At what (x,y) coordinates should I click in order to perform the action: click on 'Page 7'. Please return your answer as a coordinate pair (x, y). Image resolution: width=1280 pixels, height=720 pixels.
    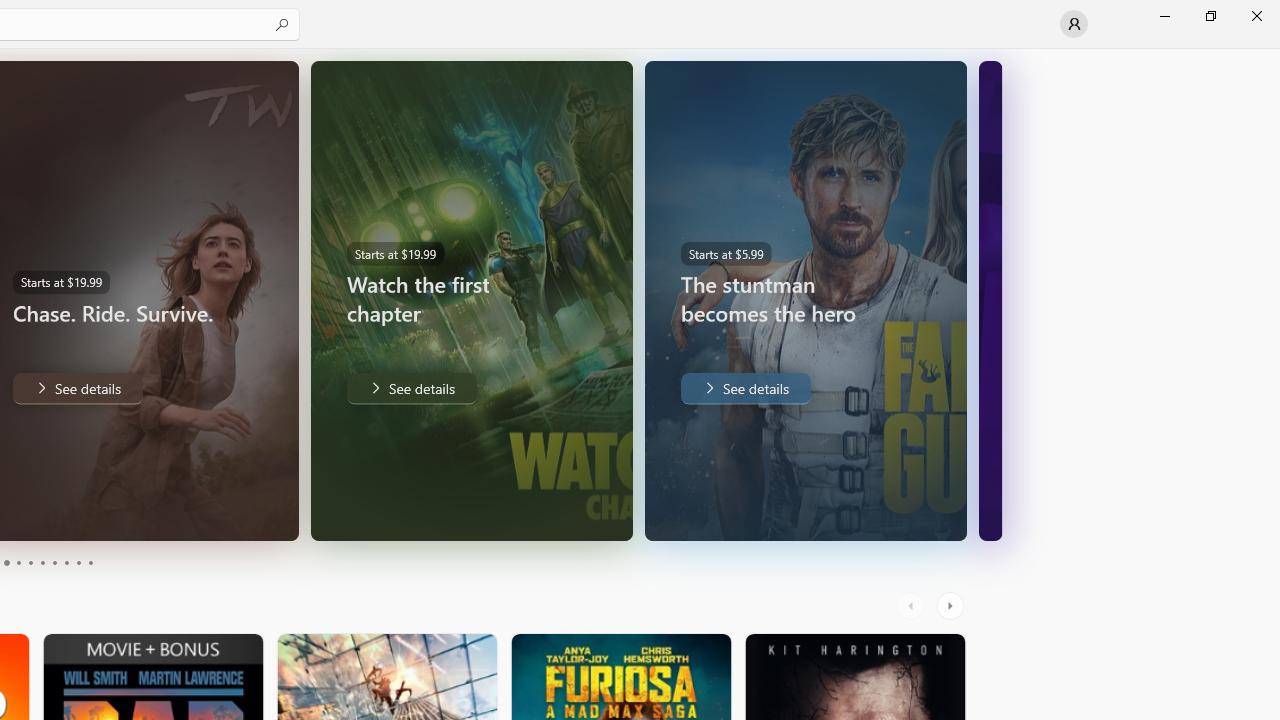
    Looking at the image, I should click on (54, 563).